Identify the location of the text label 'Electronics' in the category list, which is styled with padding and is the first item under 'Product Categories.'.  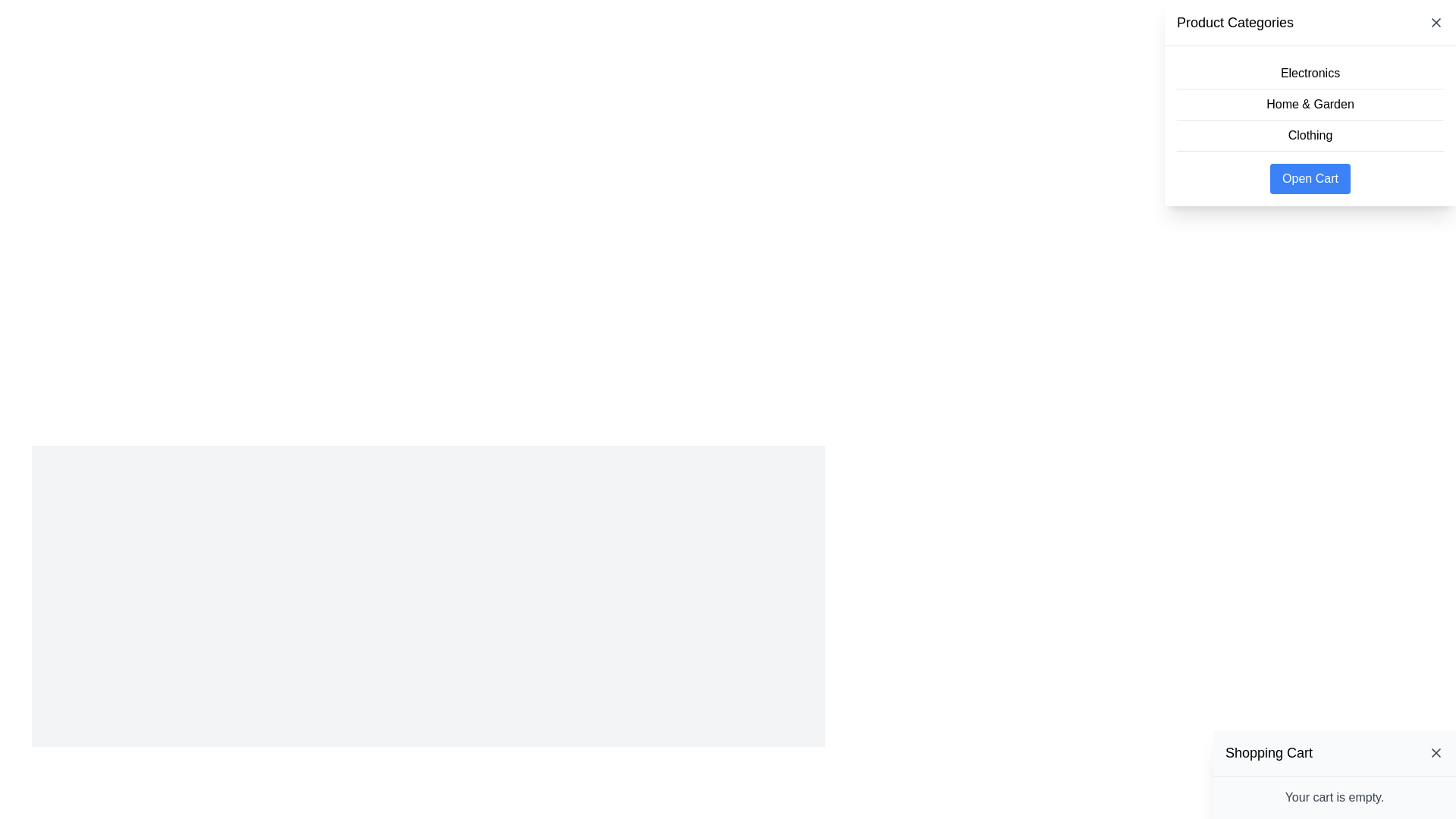
(1310, 74).